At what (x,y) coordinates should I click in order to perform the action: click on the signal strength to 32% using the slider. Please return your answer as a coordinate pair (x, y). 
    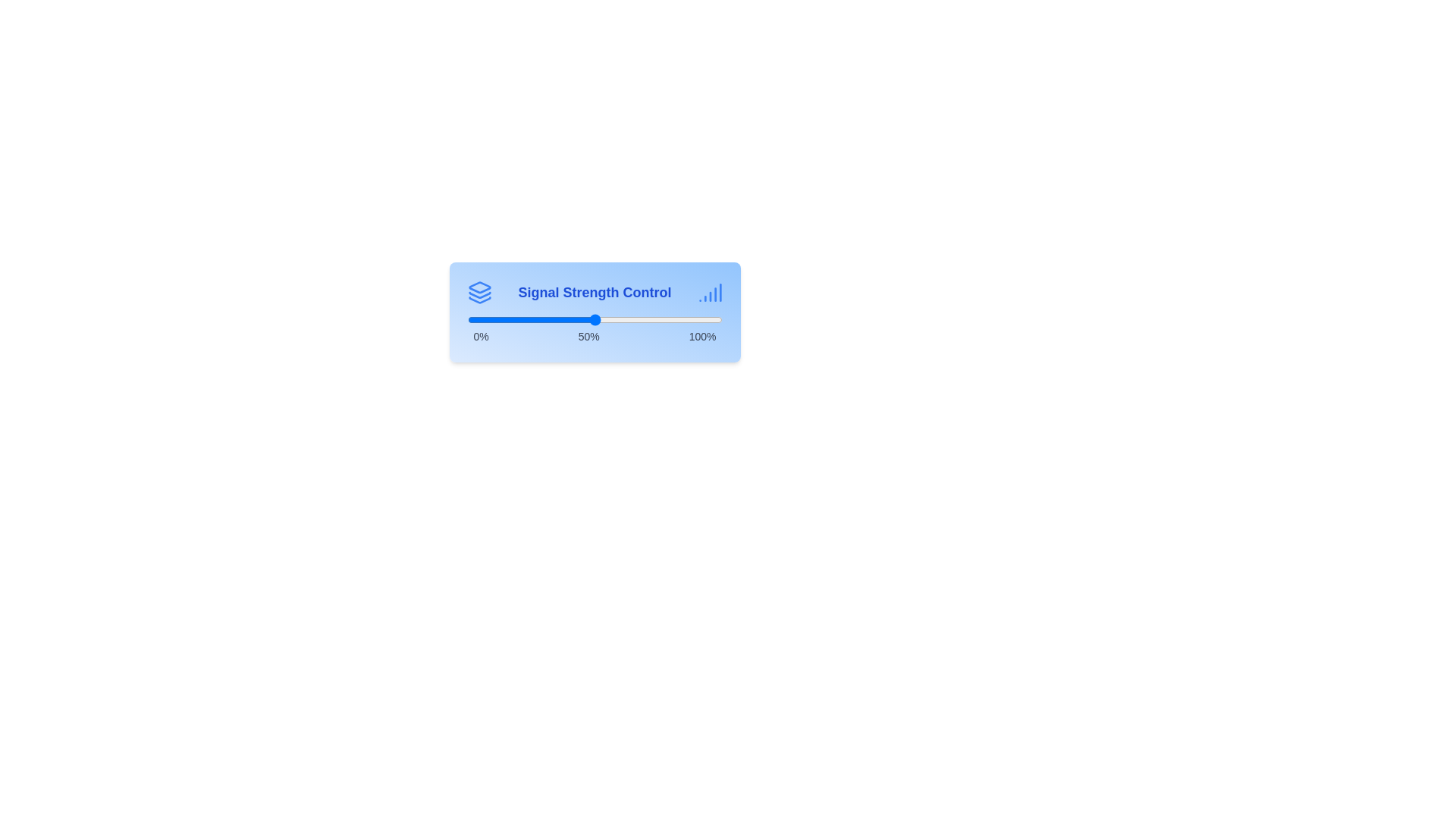
    Looking at the image, I should click on (548, 318).